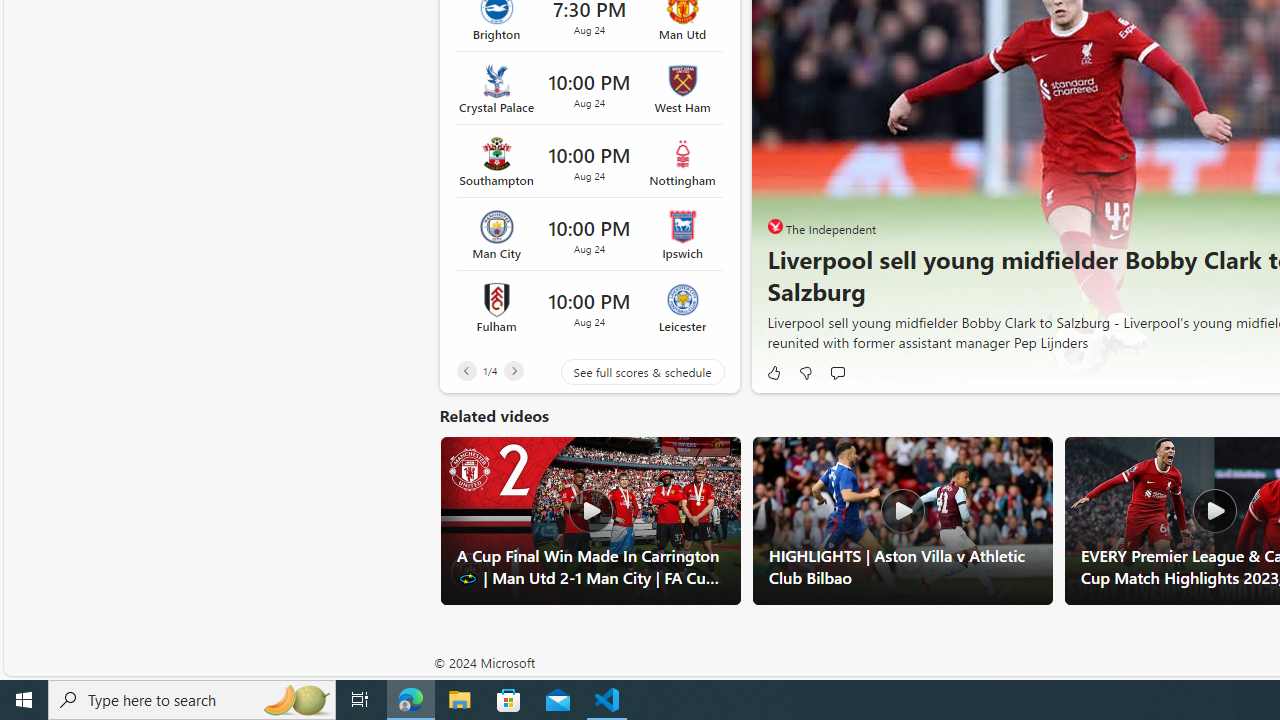 Image resolution: width=1280 pixels, height=720 pixels. I want to click on 'Previous', so click(465, 370).